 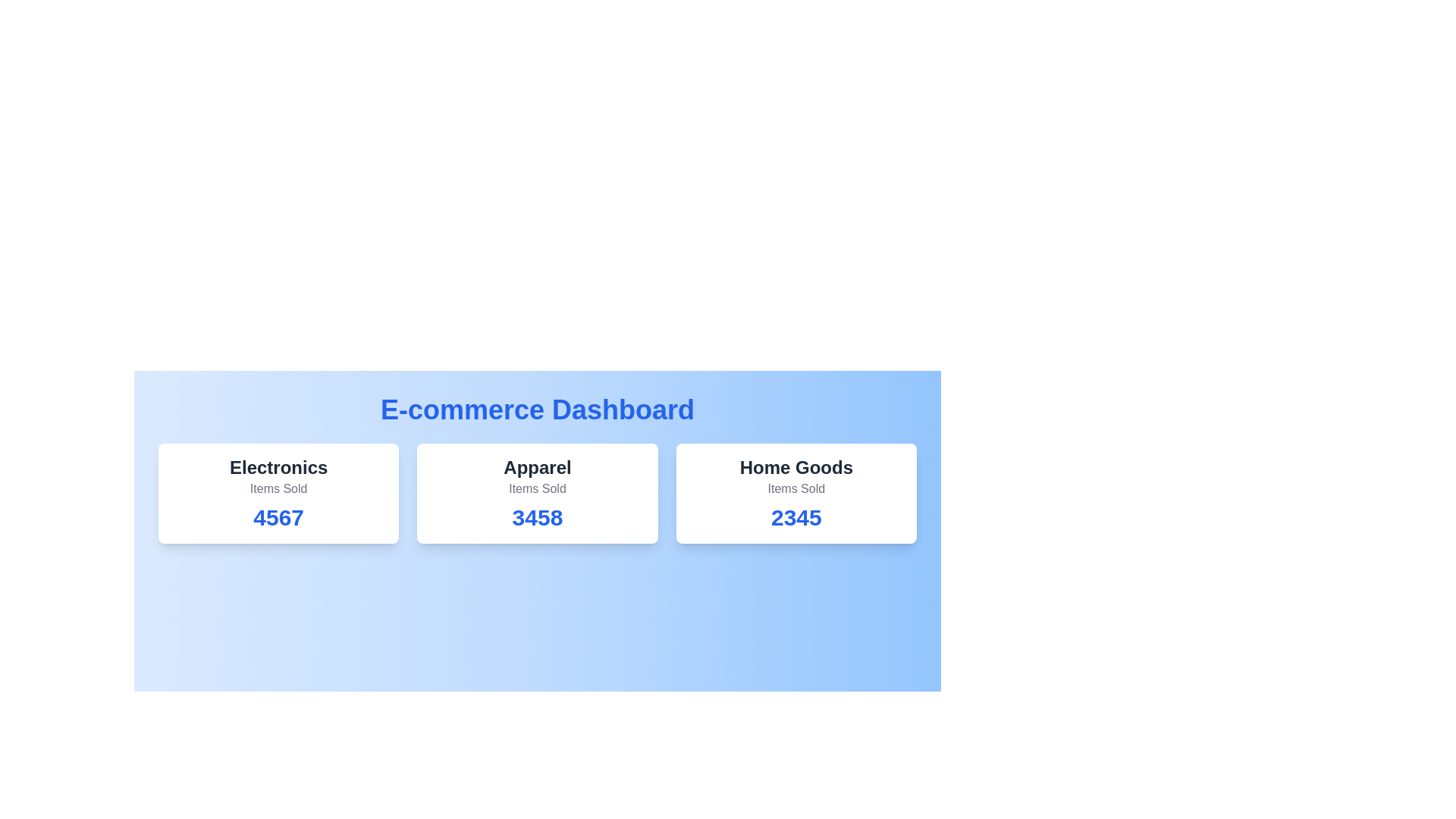 I want to click on the category card for Home Goods, so click(x=795, y=494).